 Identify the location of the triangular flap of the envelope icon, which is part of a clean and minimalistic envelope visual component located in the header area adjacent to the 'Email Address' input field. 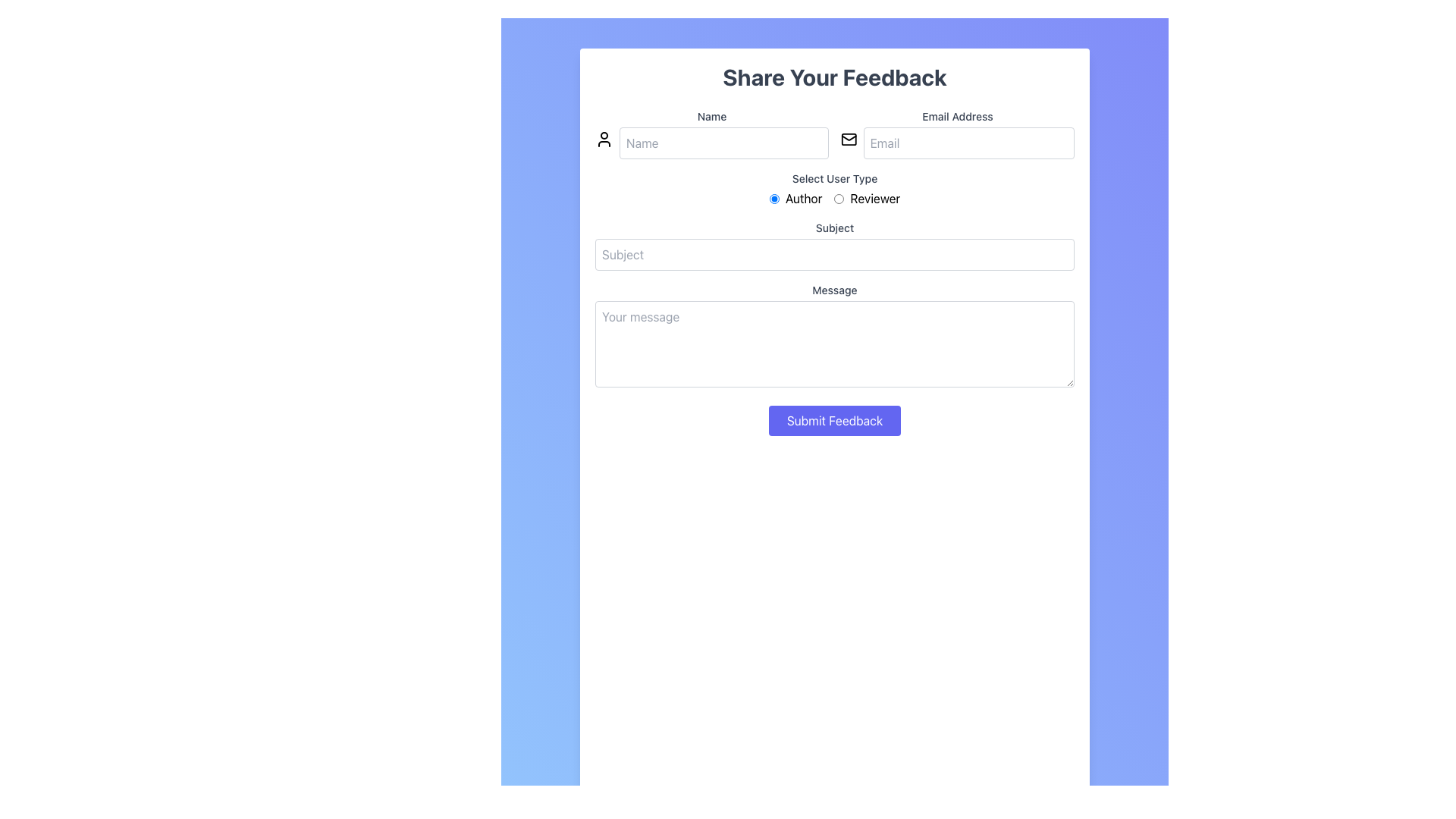
(848, 138).